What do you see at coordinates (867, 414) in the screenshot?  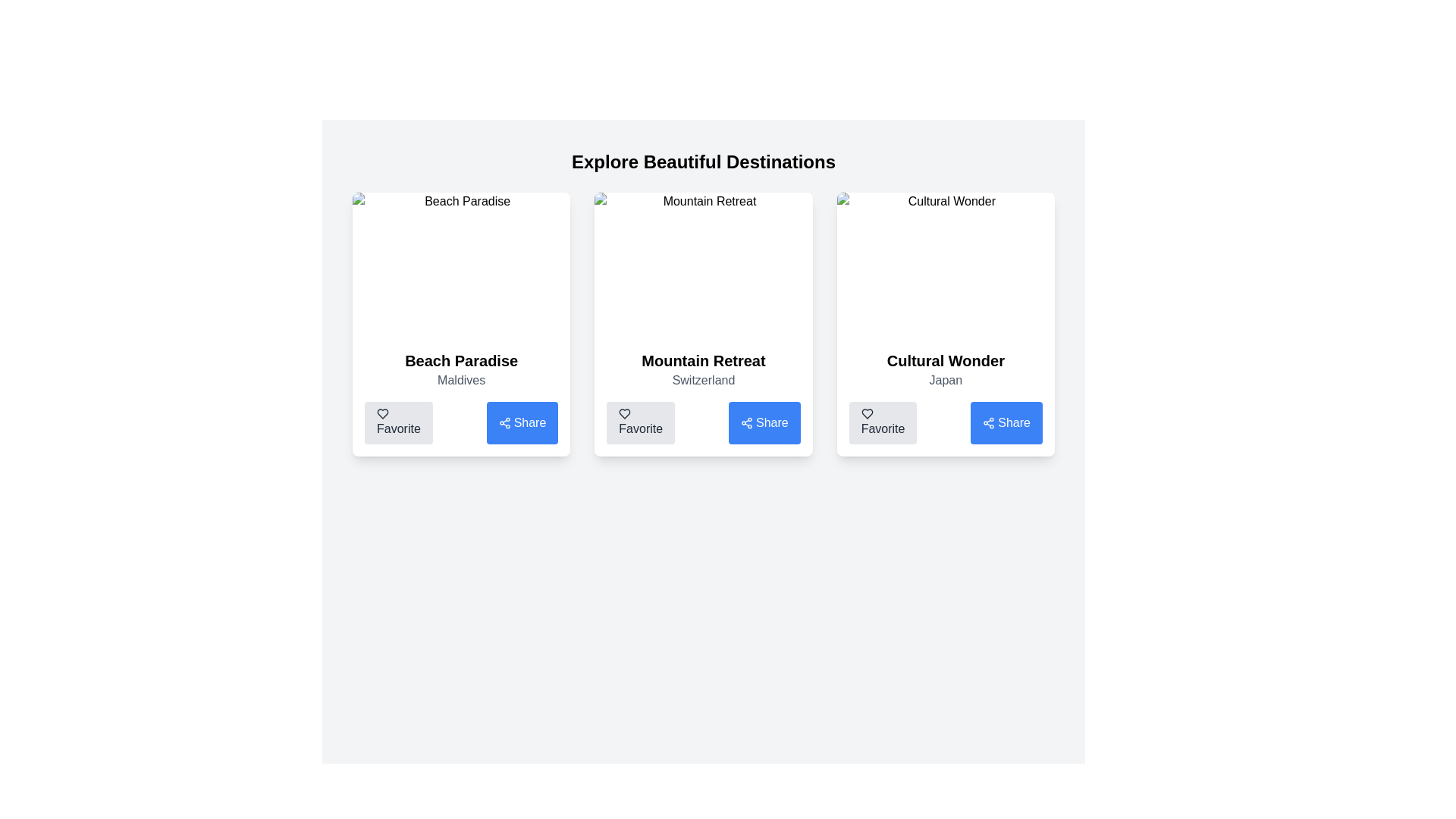 I see `the heart icon located in the bottom-left section of the 'Cultural Wonder' card to mark the item as a favorite` at bounding box center [867, 414].